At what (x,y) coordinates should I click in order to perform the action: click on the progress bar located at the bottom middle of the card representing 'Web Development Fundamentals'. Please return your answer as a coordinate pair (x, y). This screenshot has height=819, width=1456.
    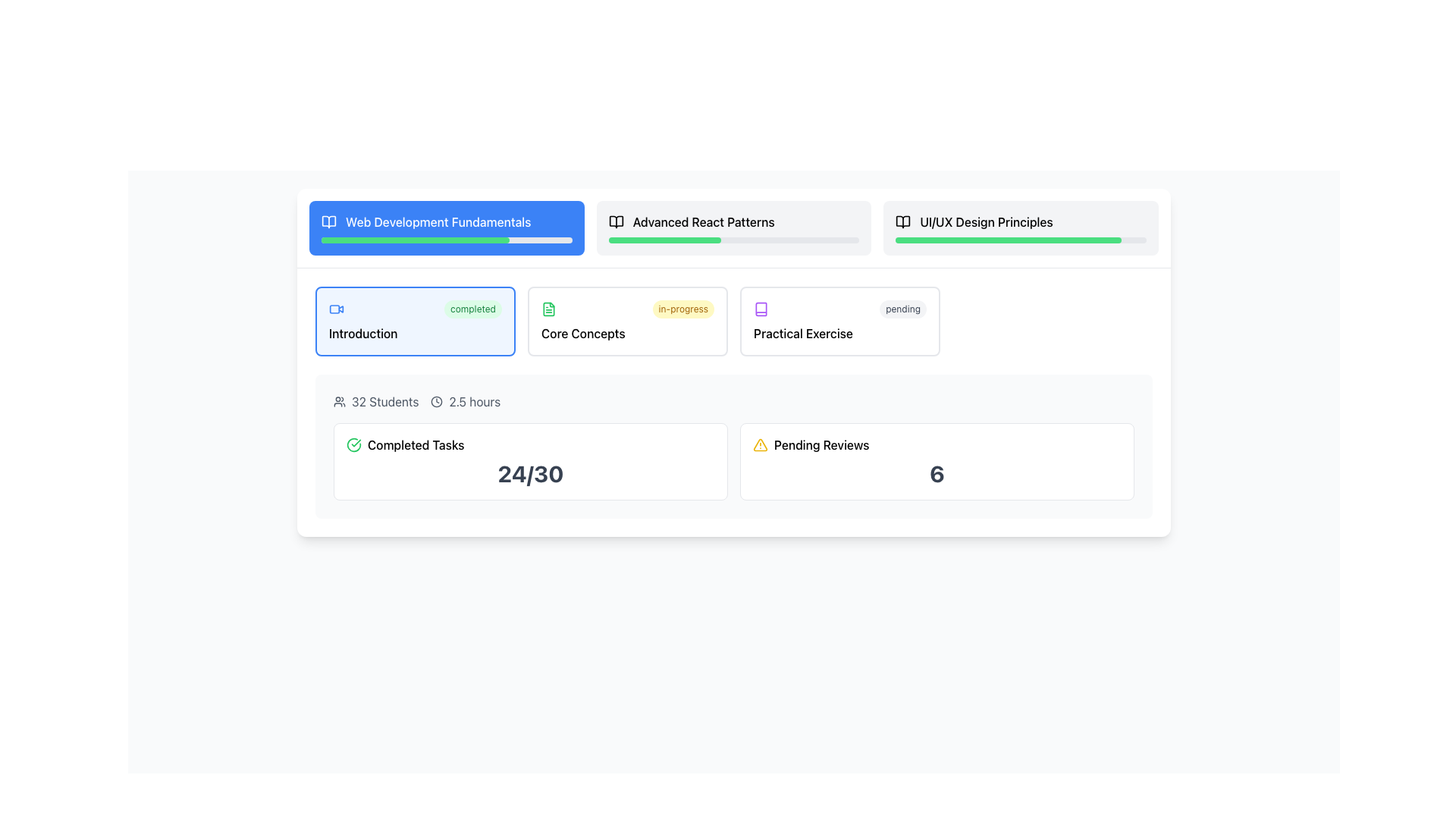
    Looking at the image, I should click on (446, 239).